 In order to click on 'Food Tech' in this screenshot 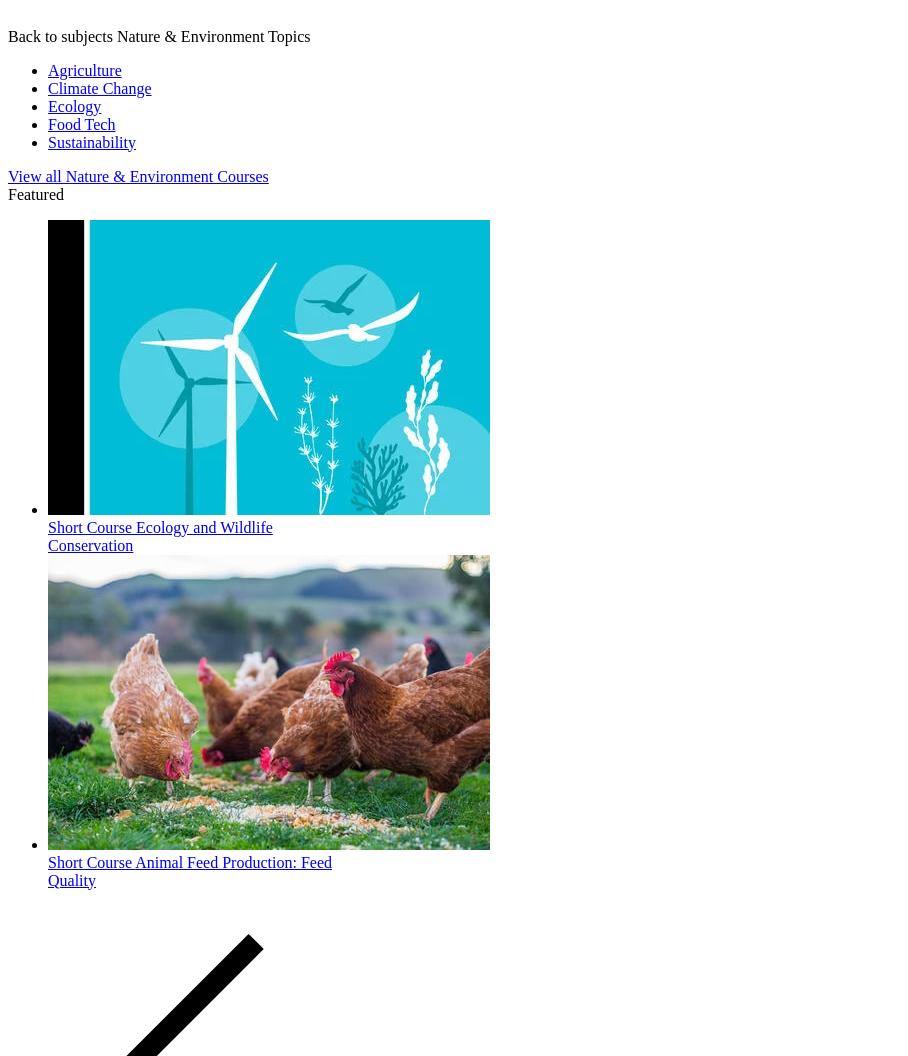, I will do `click(80, 122)`.